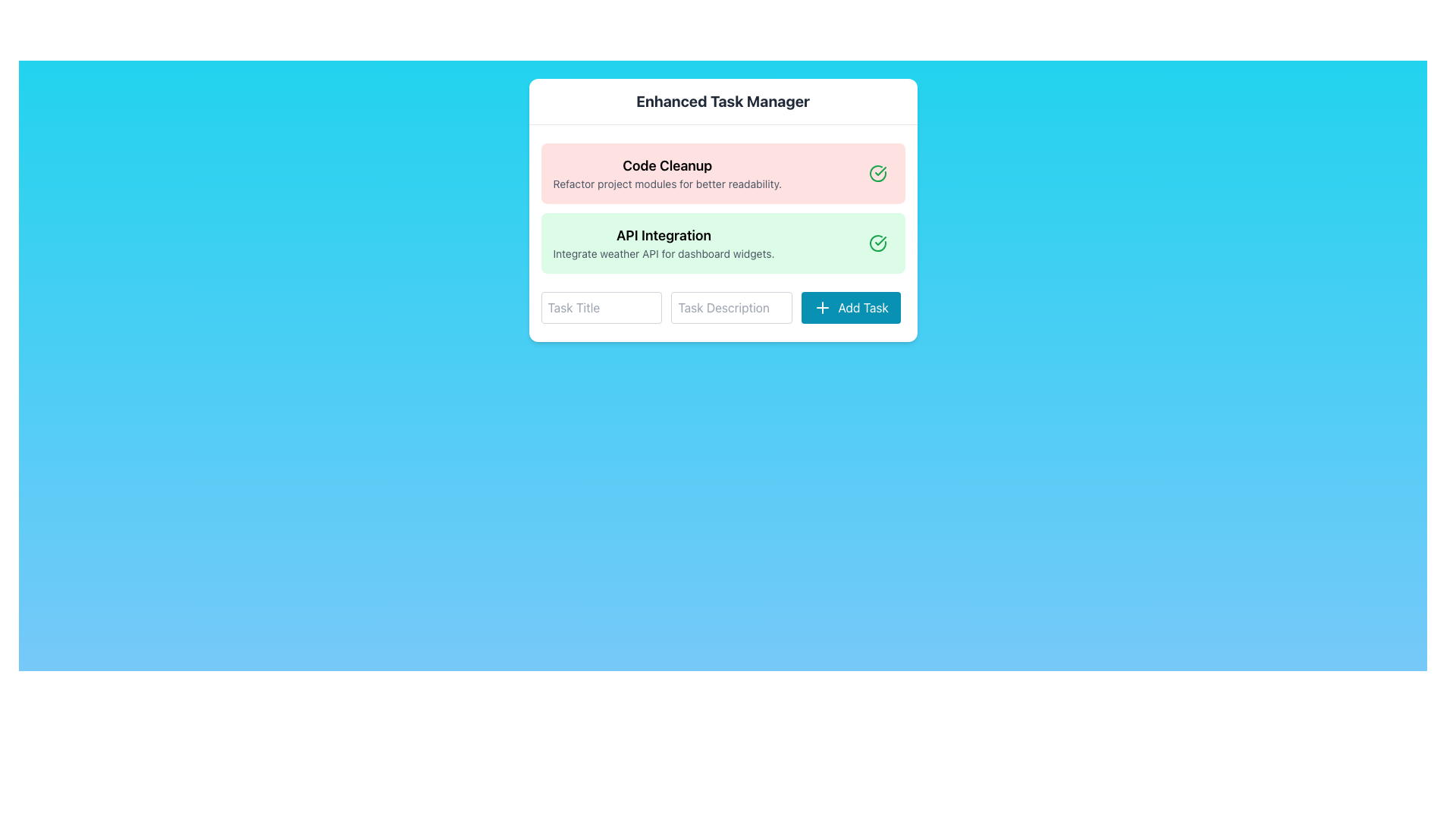  Describe the element at coordinates (877, 242) in the screenshot. I see `the circular icon with a green outline and a checkmark symbol inside, located in the 'API Integration' task card on the far right side of the second row of the task list` at that location.